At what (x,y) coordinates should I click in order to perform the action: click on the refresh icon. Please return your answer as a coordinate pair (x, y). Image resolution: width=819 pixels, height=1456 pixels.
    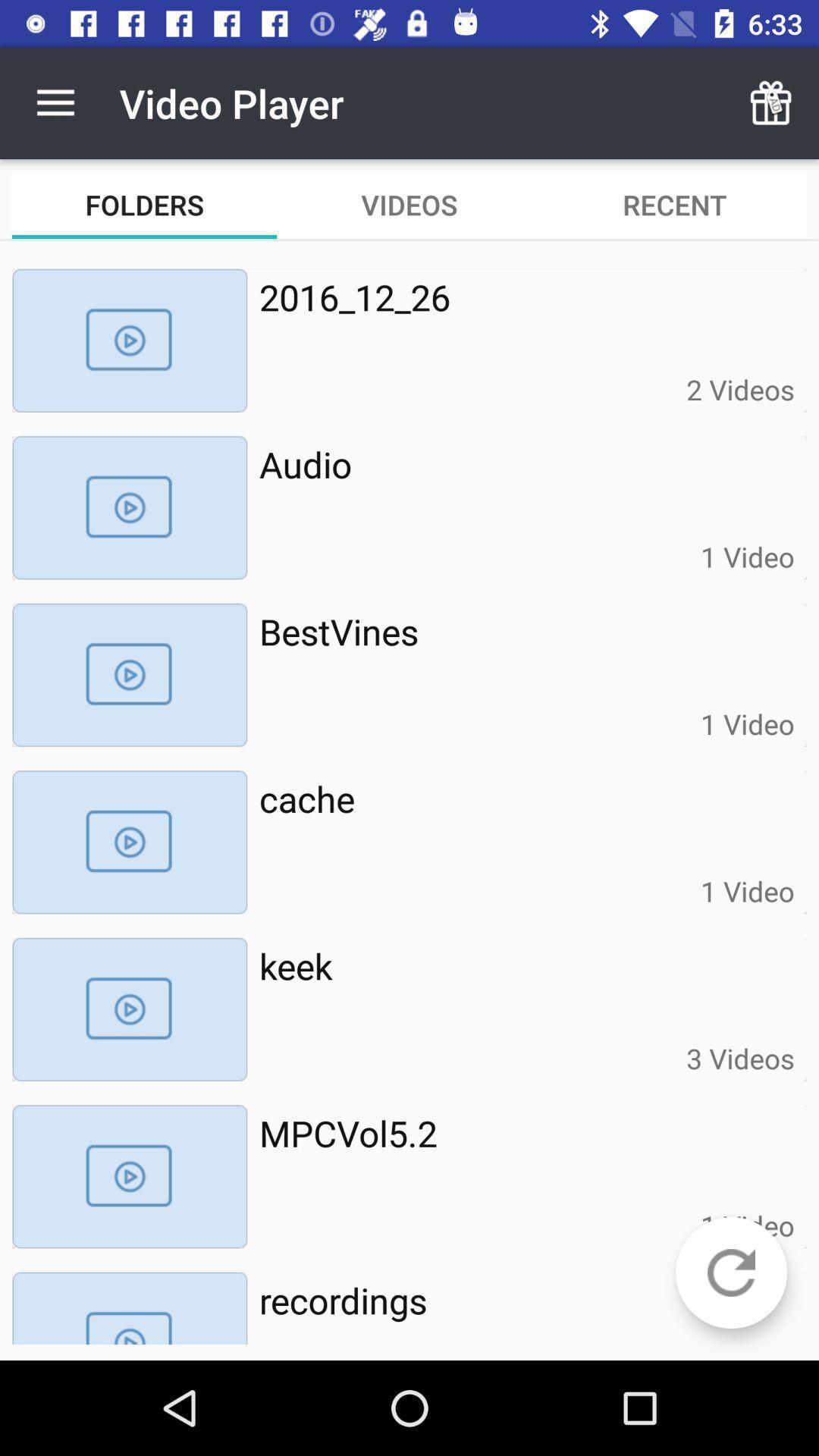
    Looking at the image, I should click on (730, 1272).